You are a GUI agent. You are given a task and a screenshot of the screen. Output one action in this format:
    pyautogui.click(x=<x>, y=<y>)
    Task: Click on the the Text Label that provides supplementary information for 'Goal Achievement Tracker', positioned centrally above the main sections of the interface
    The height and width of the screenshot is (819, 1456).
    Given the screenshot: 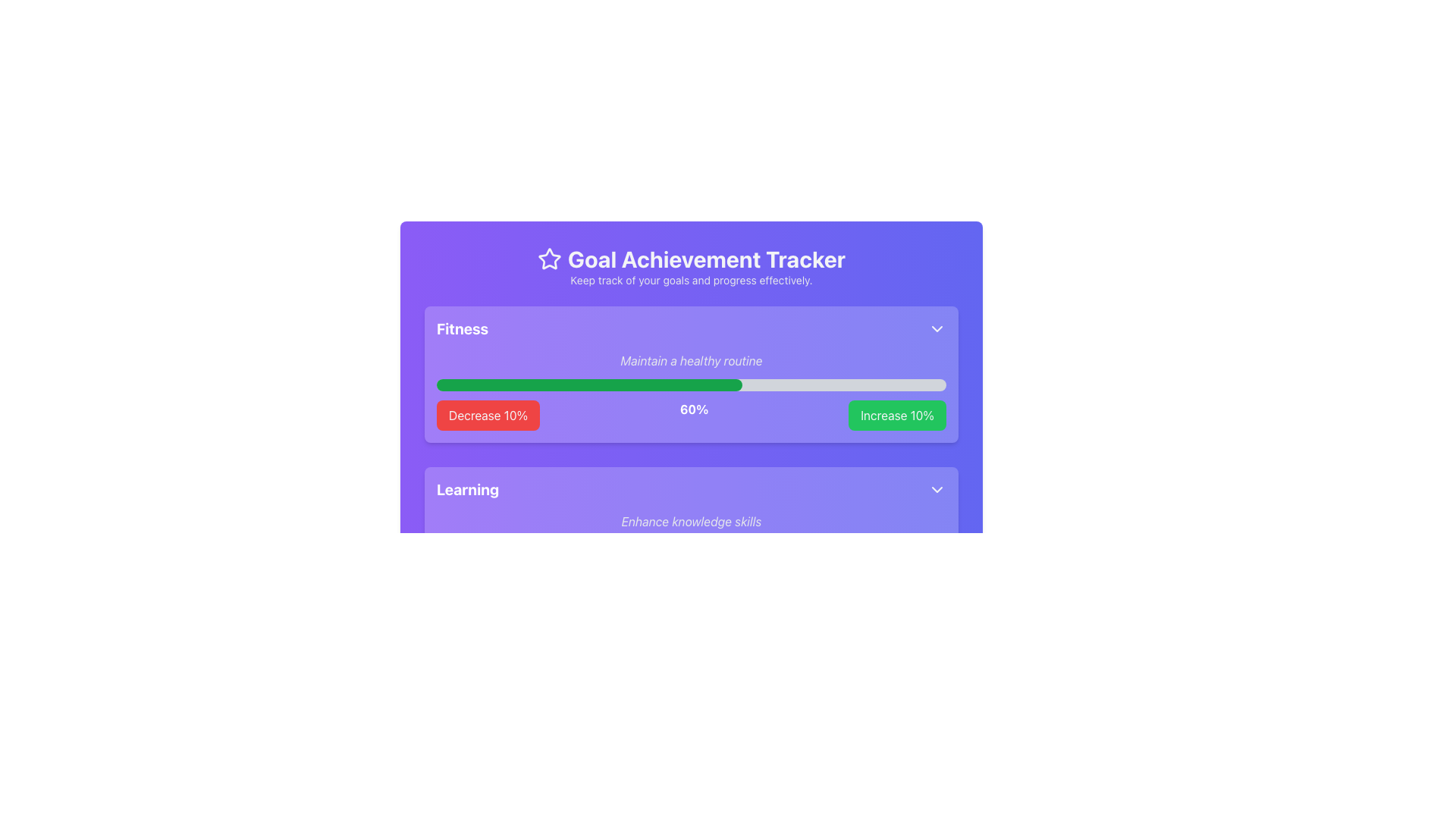 What is the action you would take?
    pyautogui.click(x=691, y=281)
    